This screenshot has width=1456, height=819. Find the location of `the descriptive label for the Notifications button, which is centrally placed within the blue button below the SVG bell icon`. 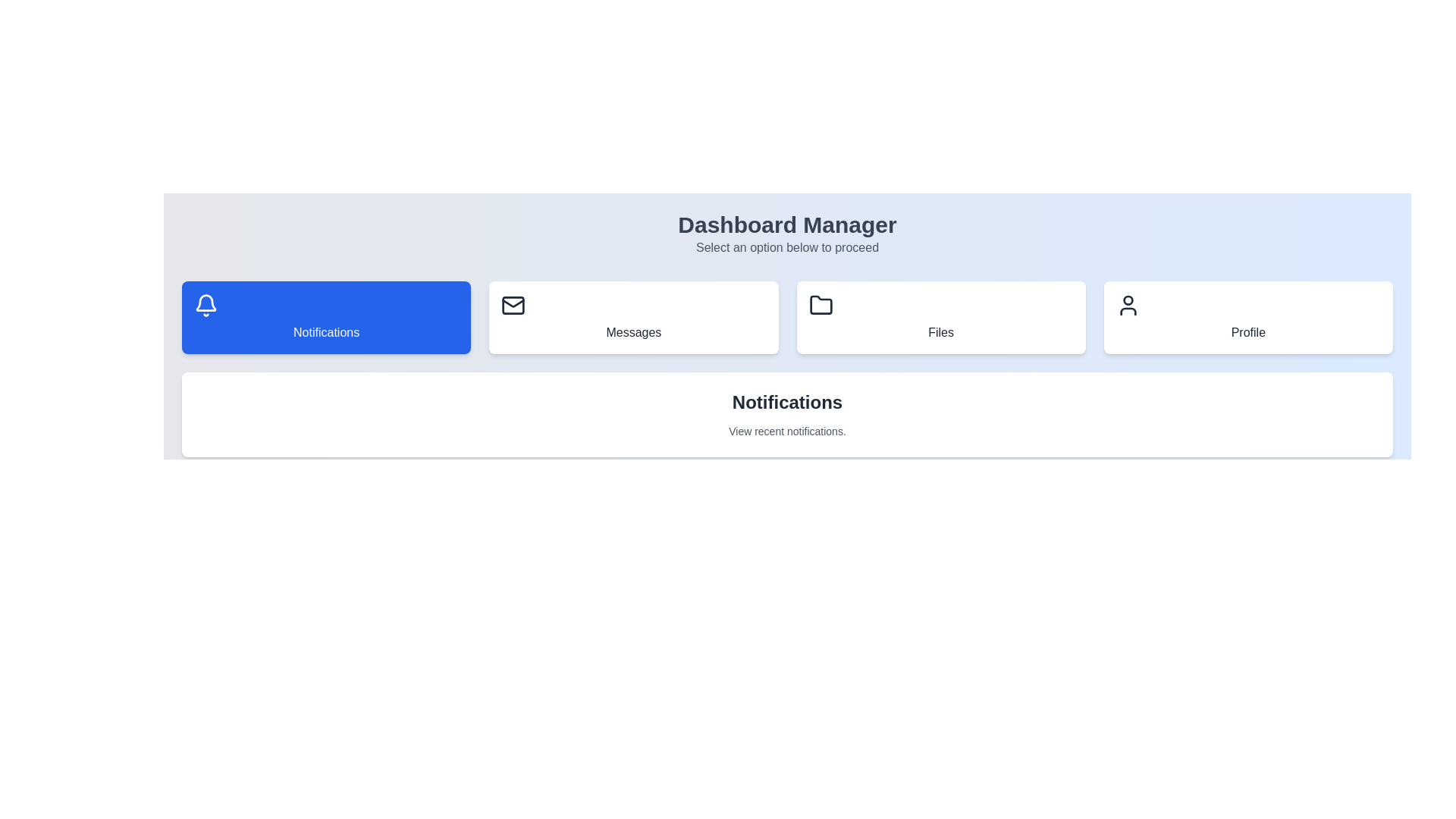

the descriptive label for the Notifications button, which is centrally placed within the blue button below the SVG bell icon is located at coordinates (325, 332).